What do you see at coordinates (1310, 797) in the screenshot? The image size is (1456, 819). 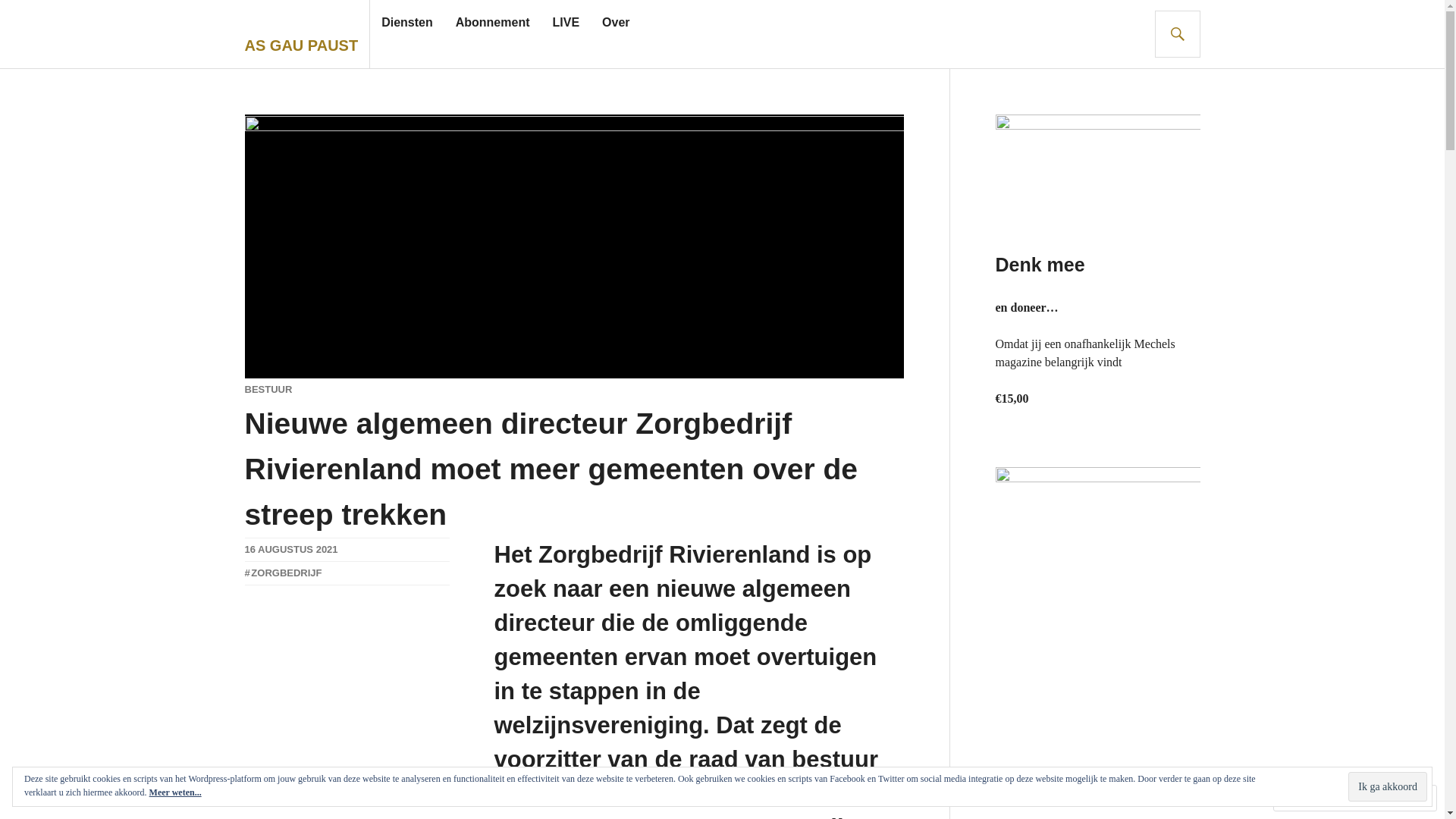 I see `'Reactie'` at bounding box center [1310, 797].